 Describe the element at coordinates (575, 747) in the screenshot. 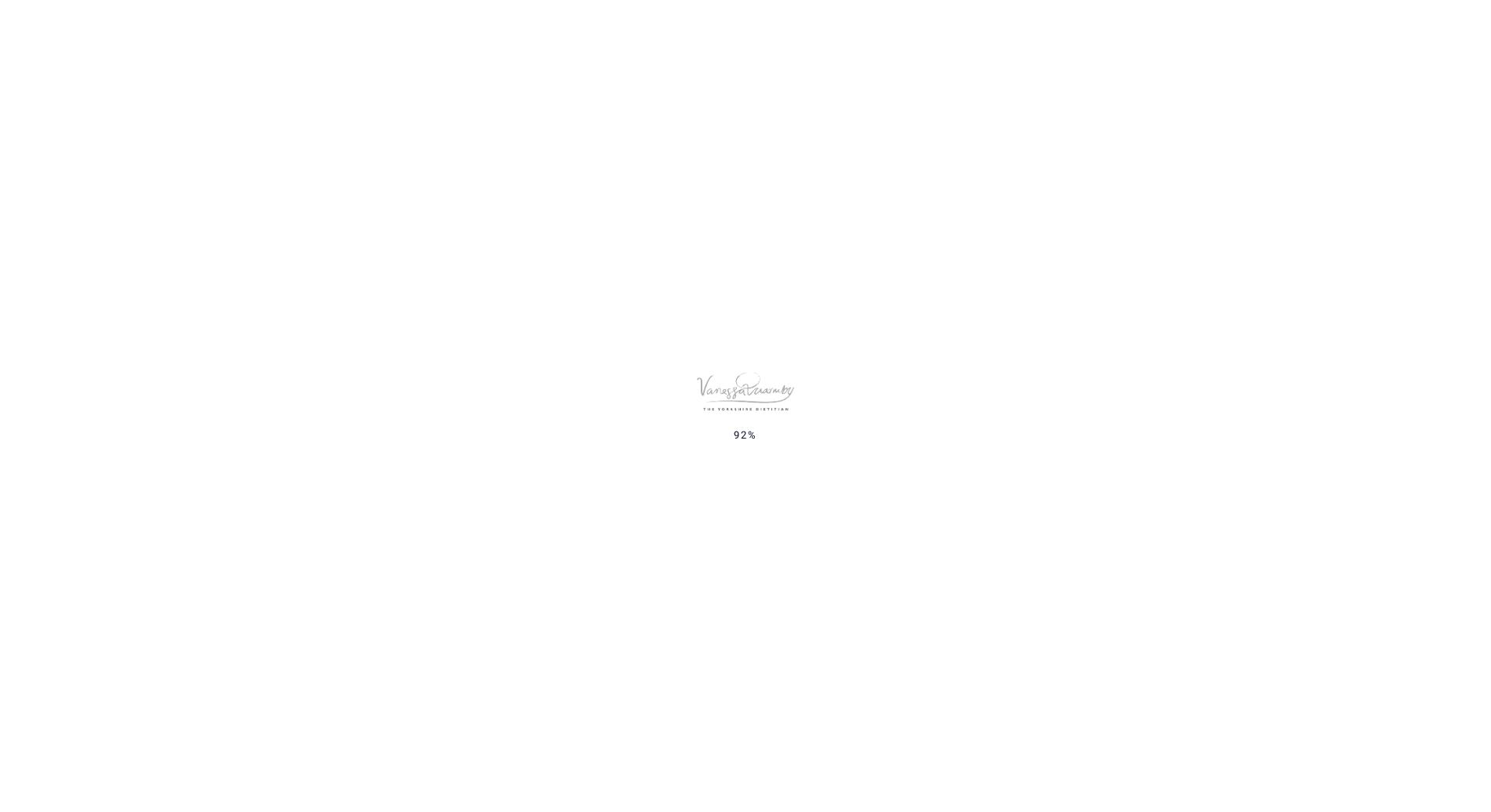

I see `'0 Comments'` at that location.